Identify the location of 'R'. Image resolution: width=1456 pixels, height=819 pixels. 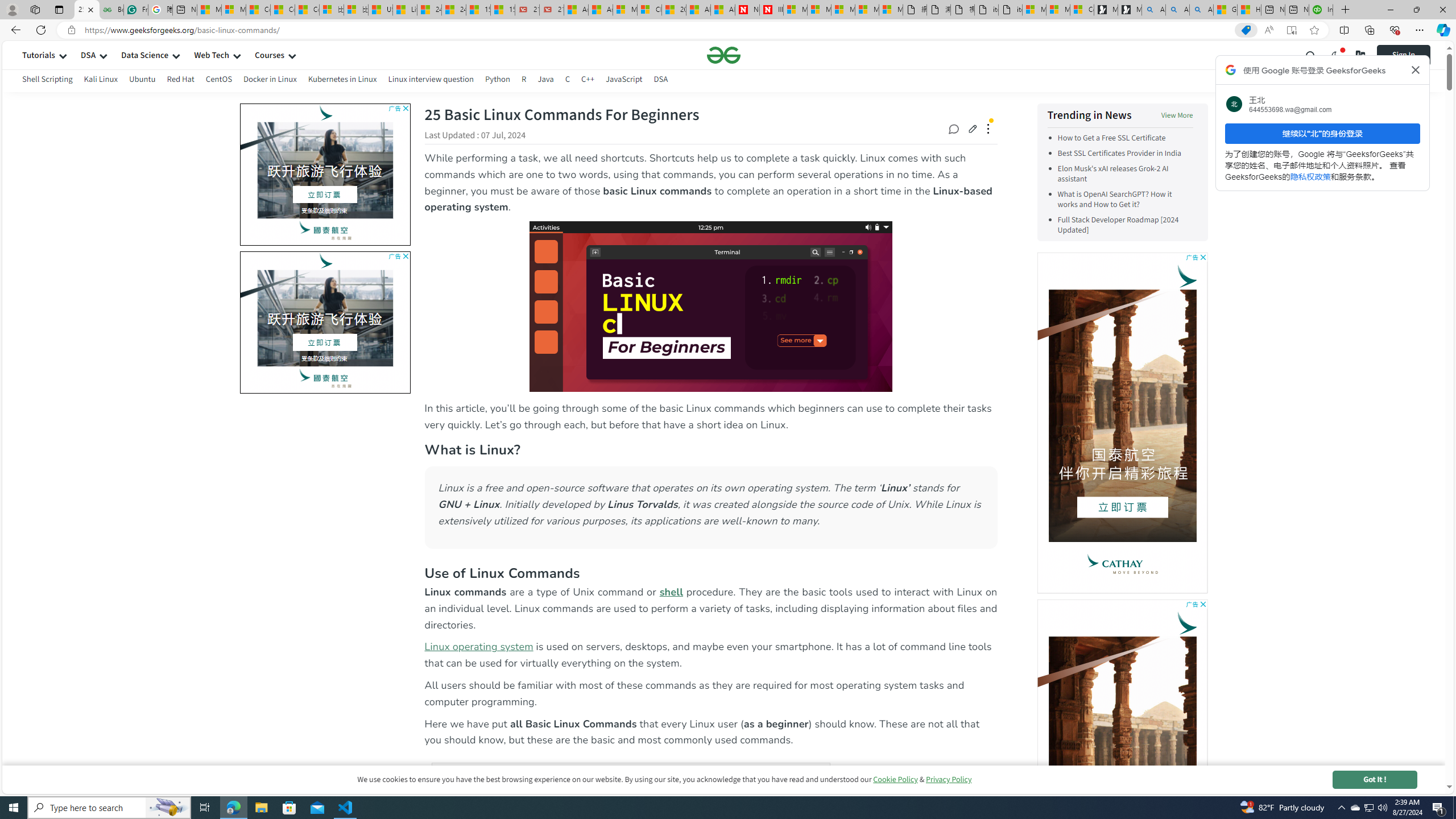
(524, 78).